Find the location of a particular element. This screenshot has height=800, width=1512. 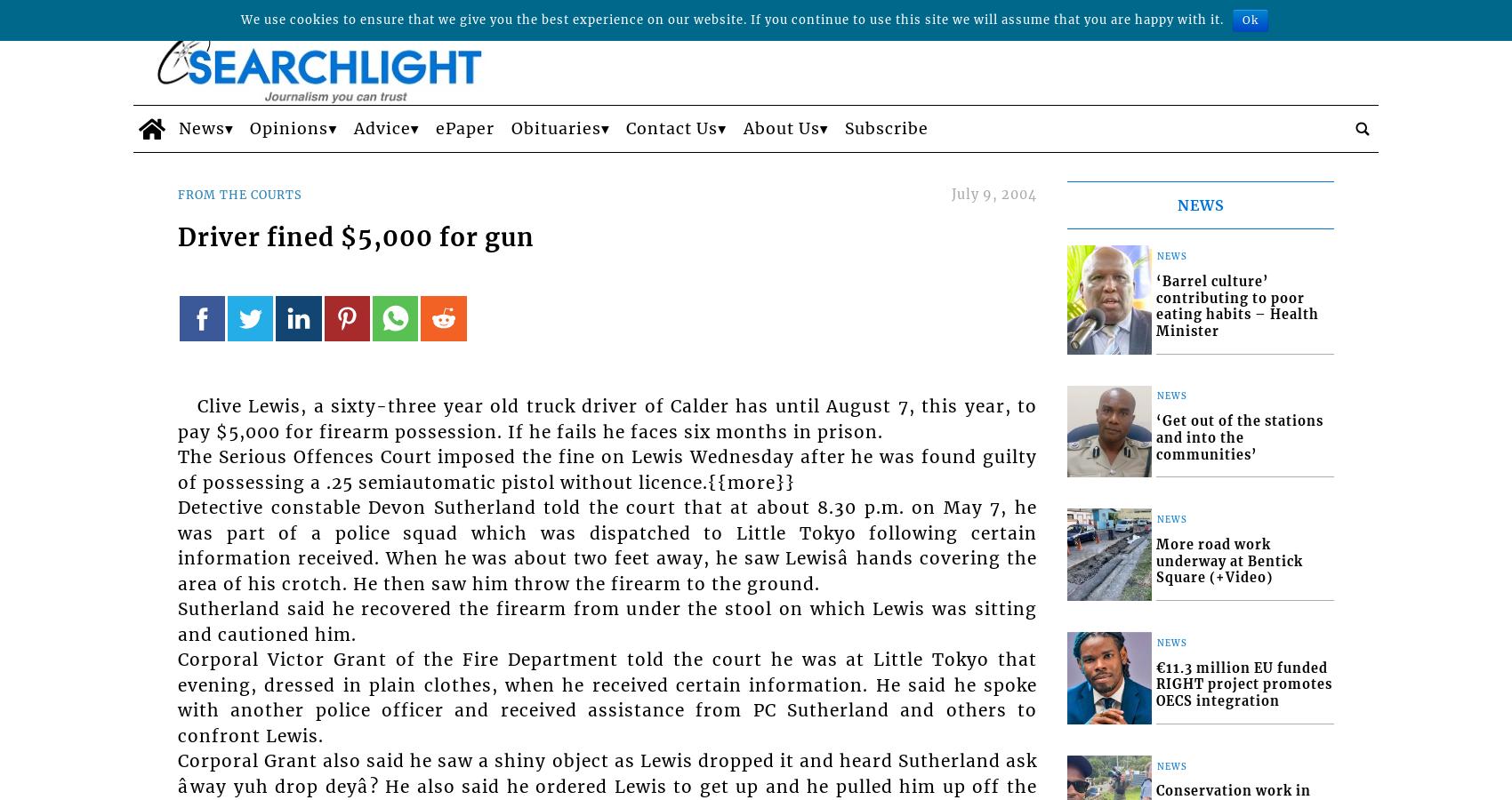

'‘Get out of the stations  and into the communities’' is located at coordinates (1237, 436).